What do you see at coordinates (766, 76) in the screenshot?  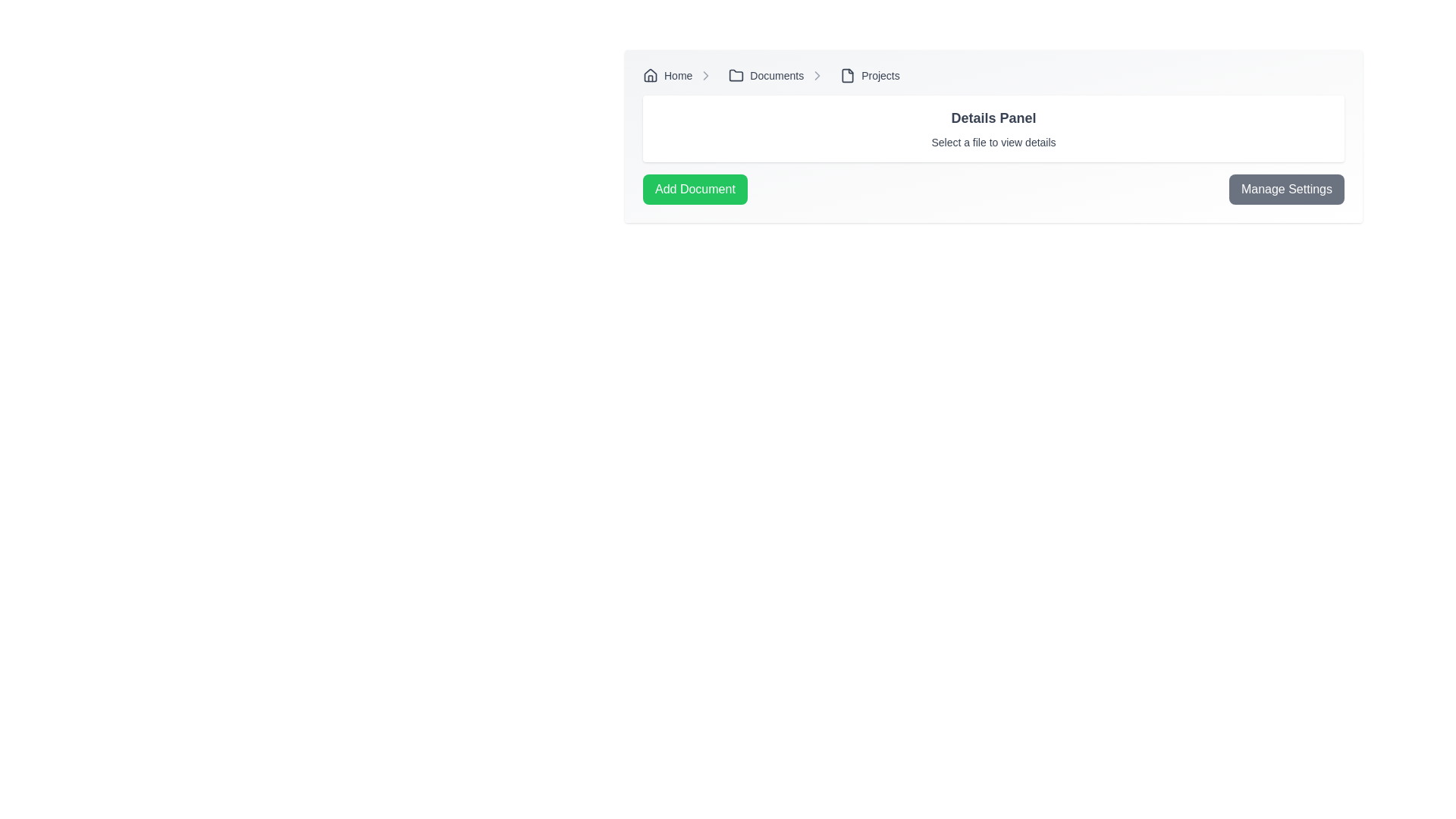 I see `the second item in the breadcrumb navigation bar, which is a clickable link that navigates to the 'Documents' section` at bounding box center [766, 76].